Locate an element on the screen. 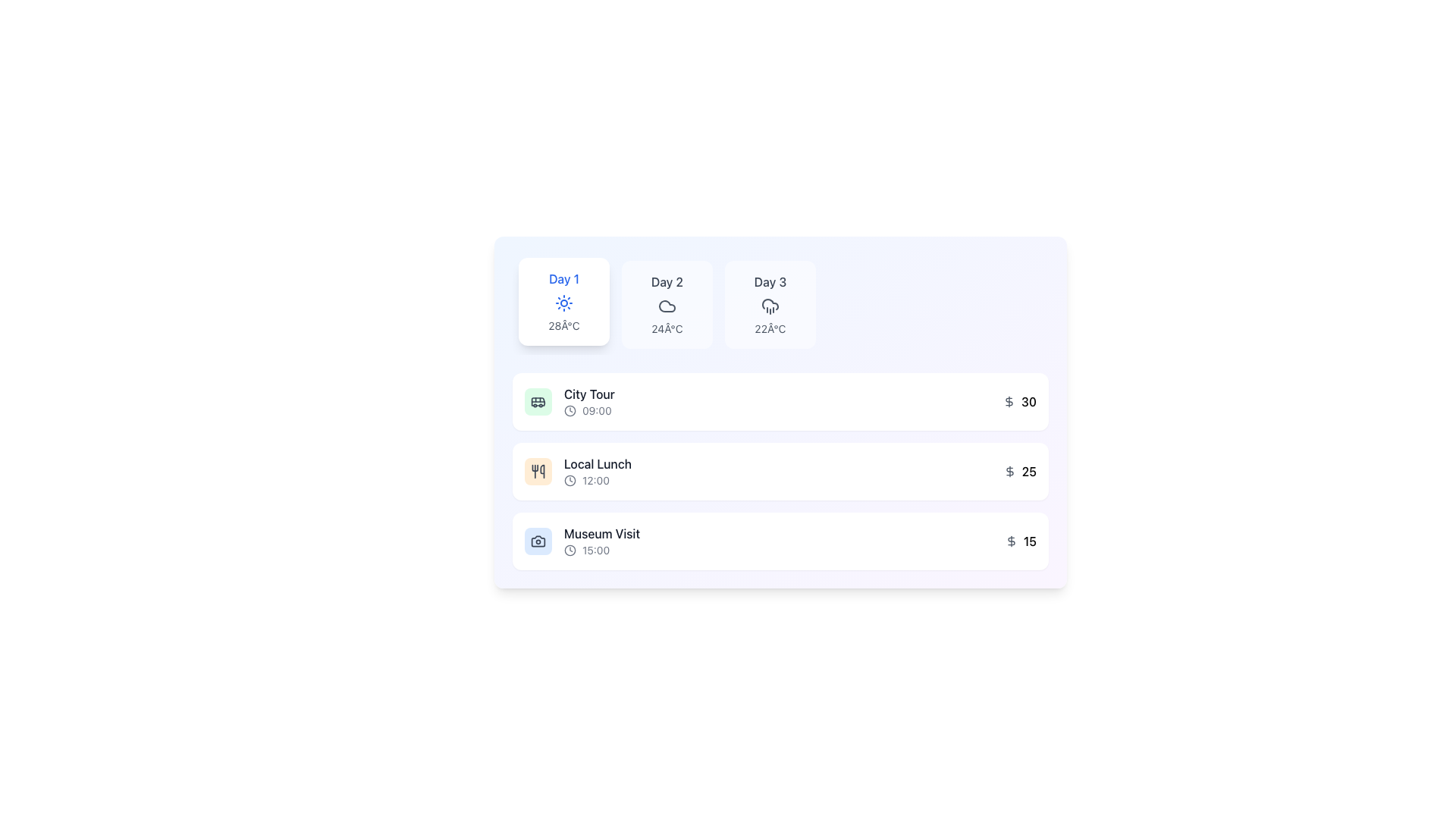 The image size is (1456, 819). the Text display with an icon (price indicator) that shows the cost for the 'Local Lunch' event, located to the right of the 'Local Lunch' description is located at coordinates (1020, 470).